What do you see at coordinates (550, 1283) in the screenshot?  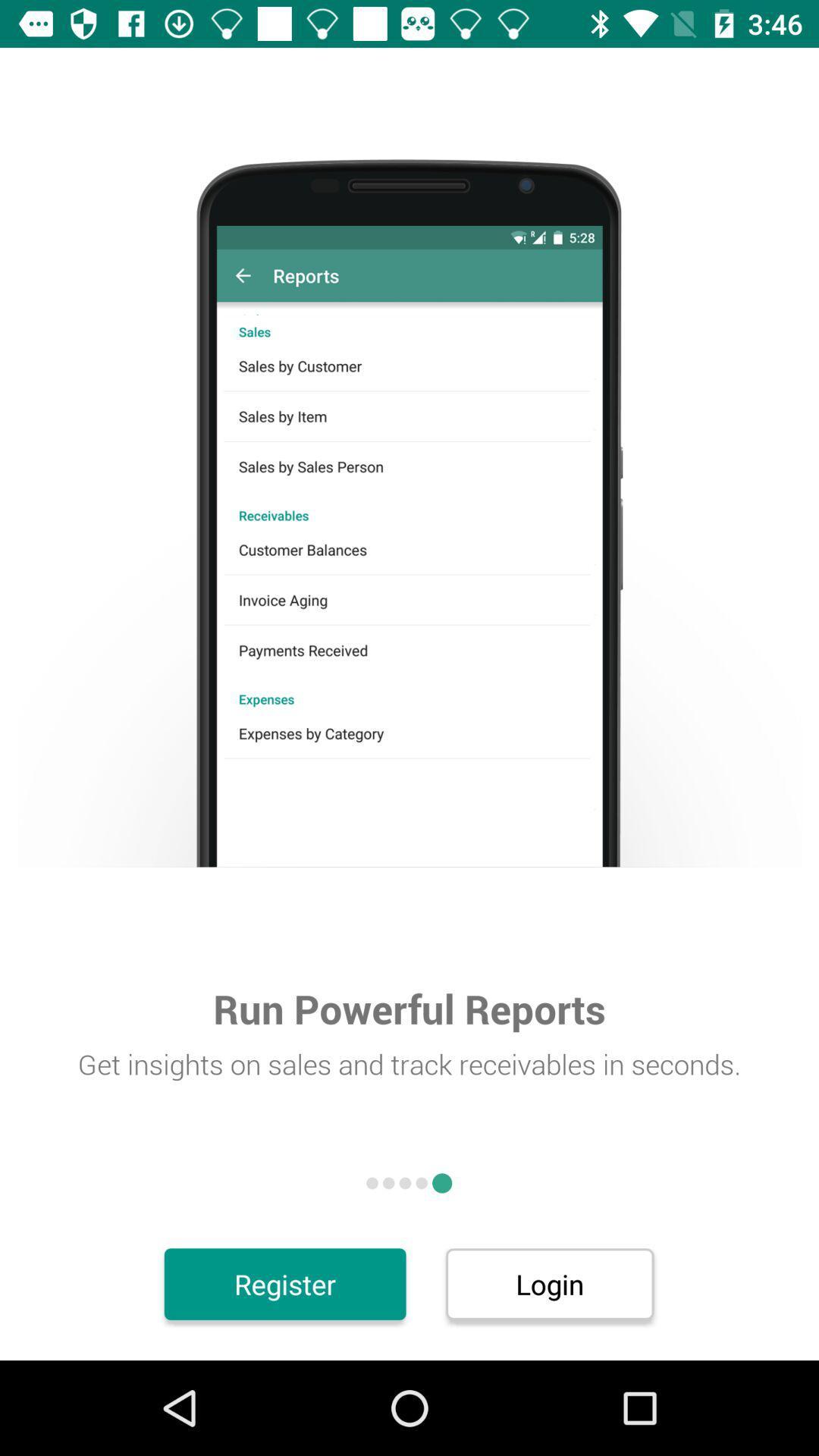 I see `icon to the right of register button` at bounding box center [550, 1283].